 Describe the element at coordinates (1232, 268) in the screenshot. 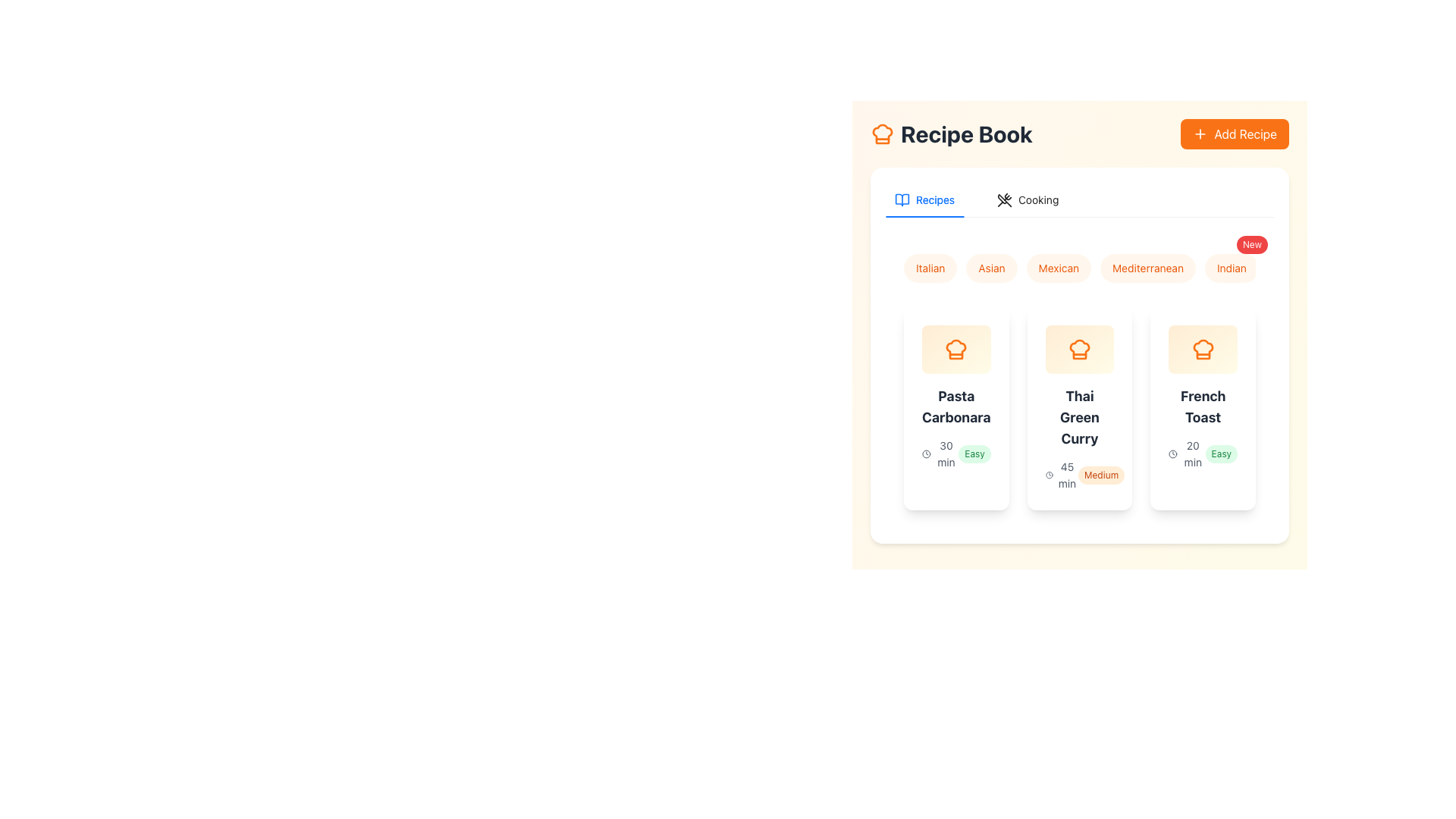

I see `the Indian cuisine filter button located at the rightmost position in the horizontal carousel of cuisine type buttons under the 'Recipes' tab for keyboard navigation` at that location.